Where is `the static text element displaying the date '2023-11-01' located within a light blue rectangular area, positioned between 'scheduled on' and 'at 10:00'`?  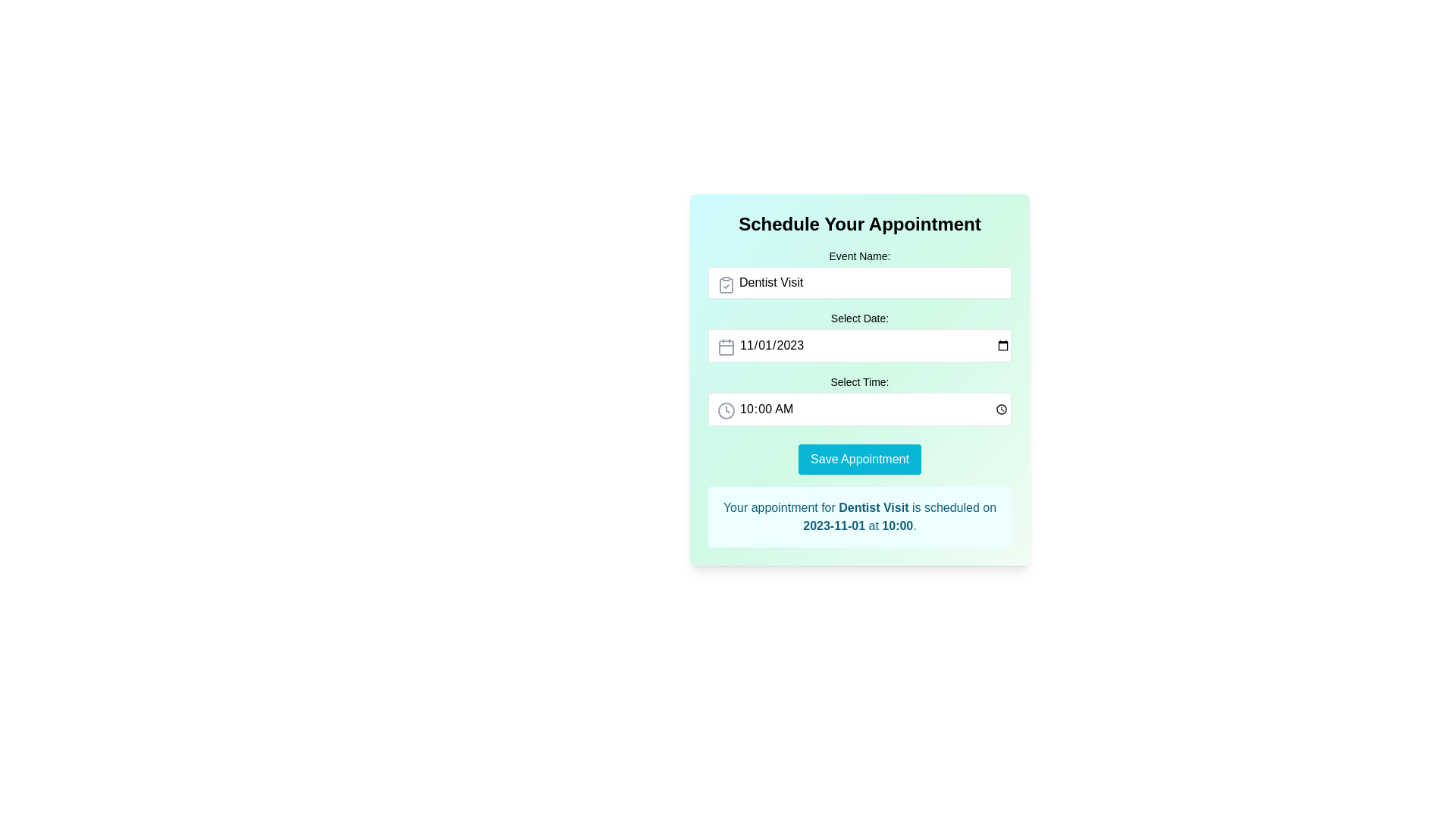
the static text element displaying the date '2023-11-01' located within a light blue rectangular area, positioned between 'scheduled on' and 'at 10:00' is located at coordinates (833, 525).